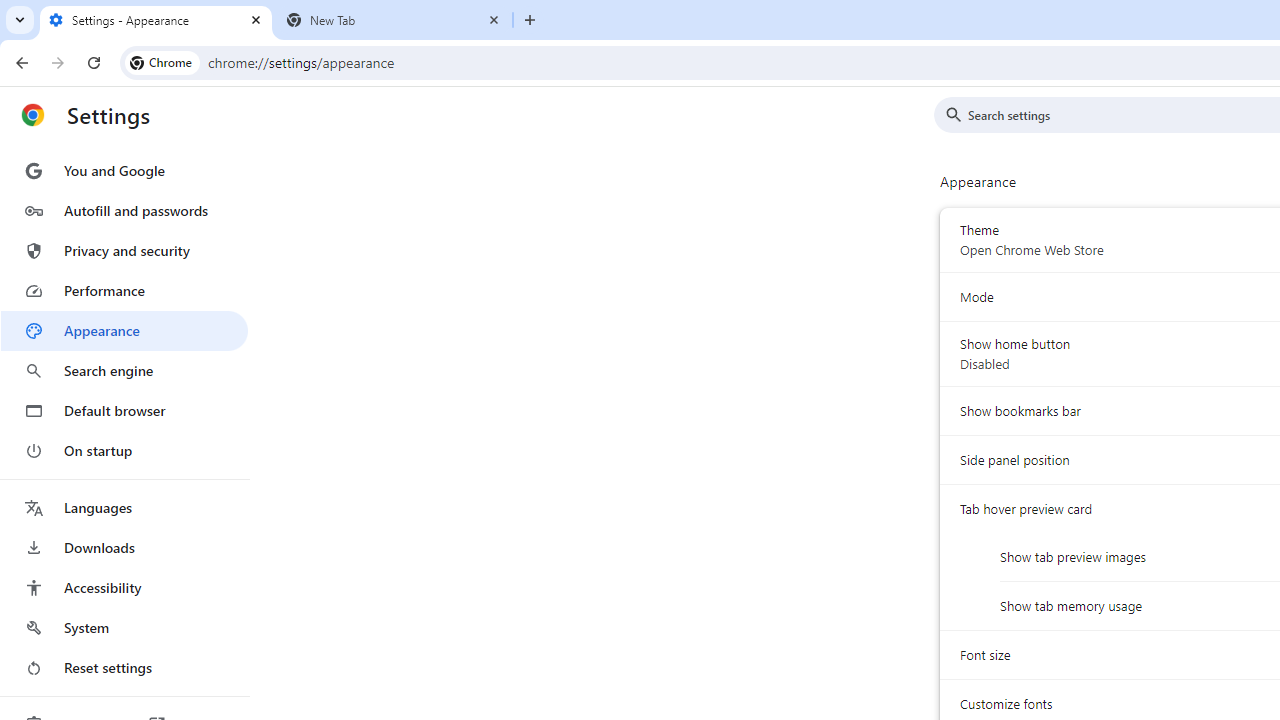 The height and width of the screenshot is (720, 1280). Describe the element at coordinates (123, 290) in the screenshot. I see `'Performance'` at that location.